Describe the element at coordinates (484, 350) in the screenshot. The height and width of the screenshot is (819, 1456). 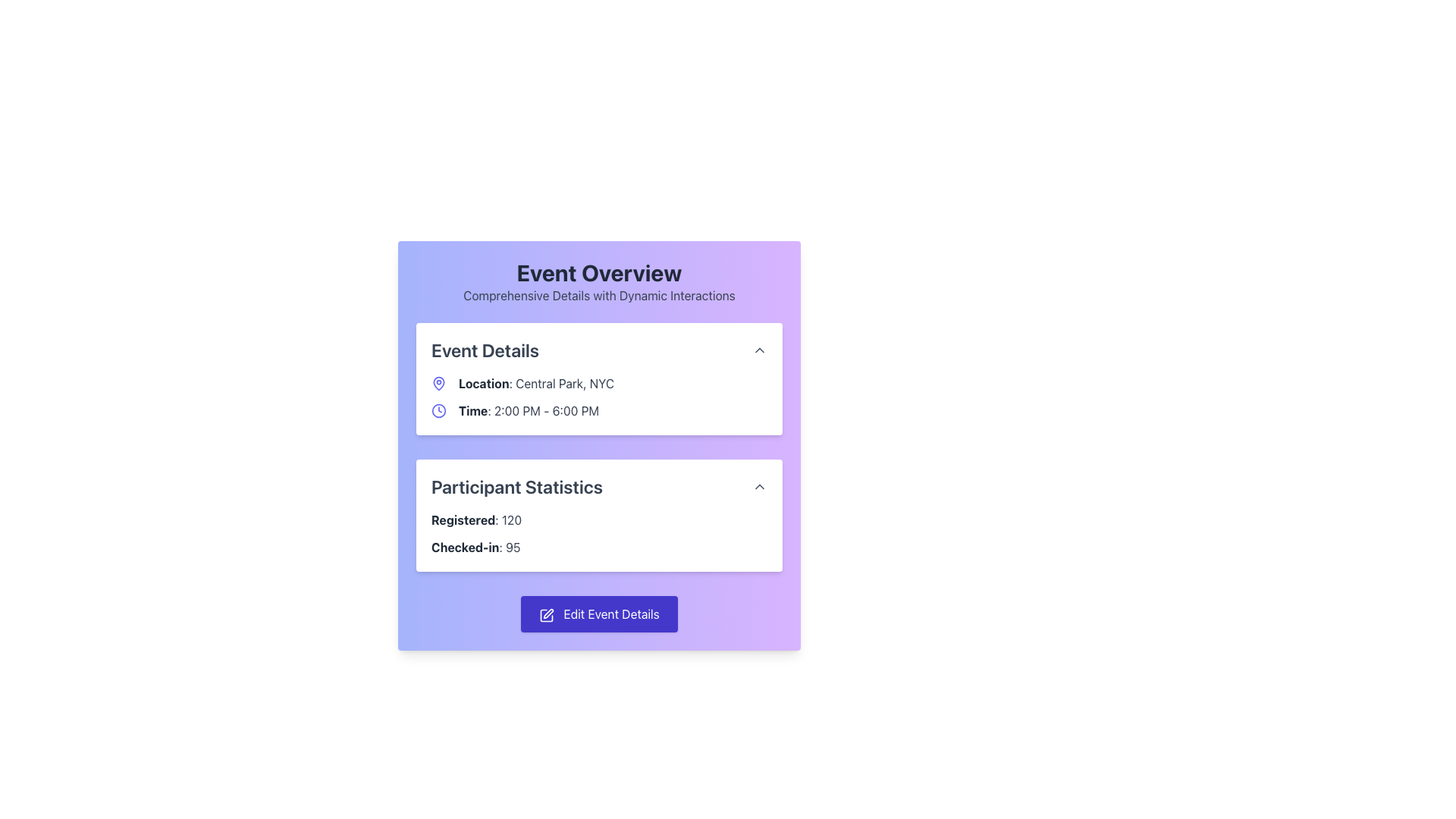
I see `the 'Event Details' text label, which is a large, bold, dark-gray font element positioned centrally above event information` at that location.